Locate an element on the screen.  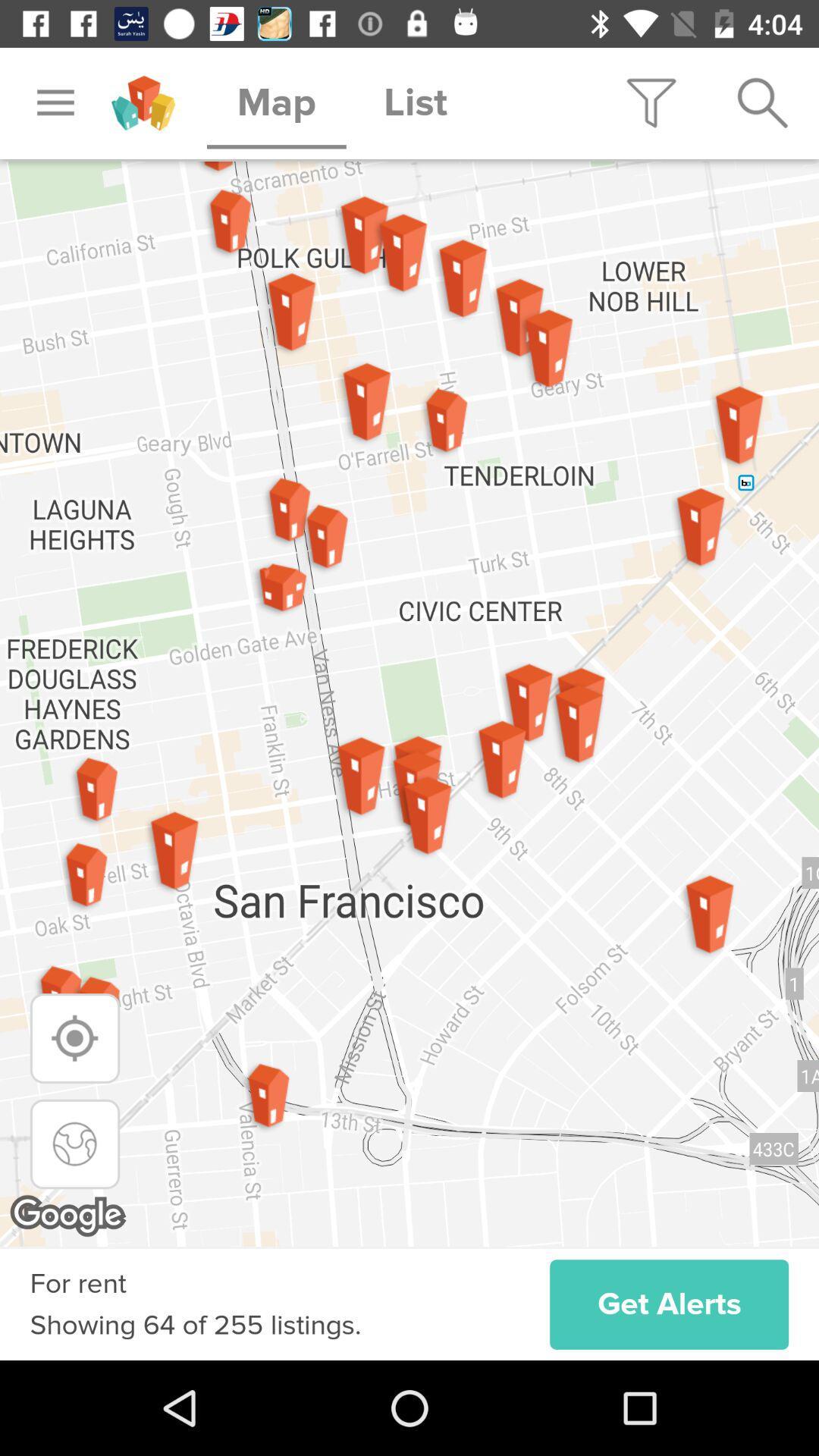
the icon to the right of the showing 64 of item is located at coordinates (668, 1304).